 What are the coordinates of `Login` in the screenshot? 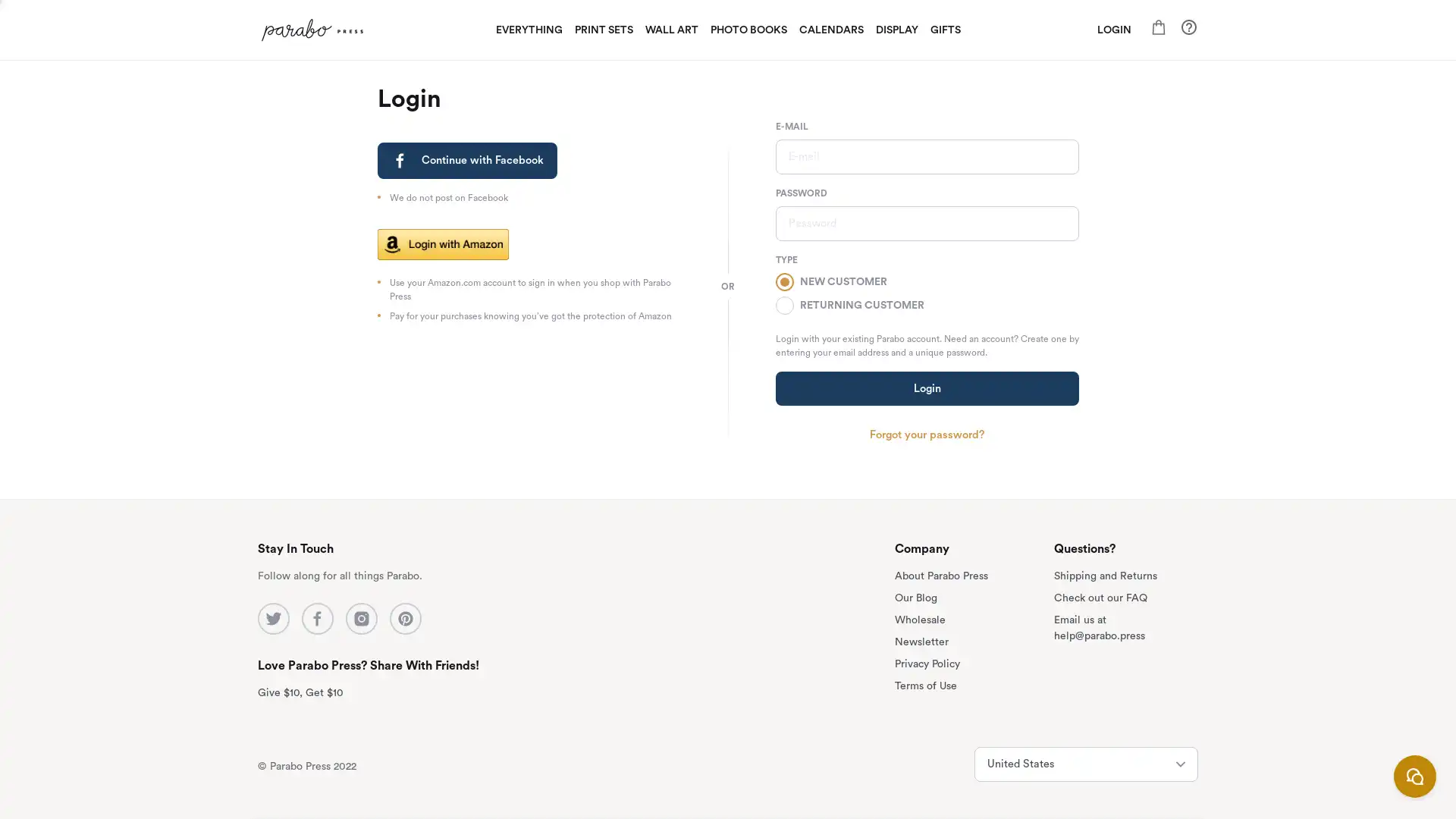 It's located at (926, 388).